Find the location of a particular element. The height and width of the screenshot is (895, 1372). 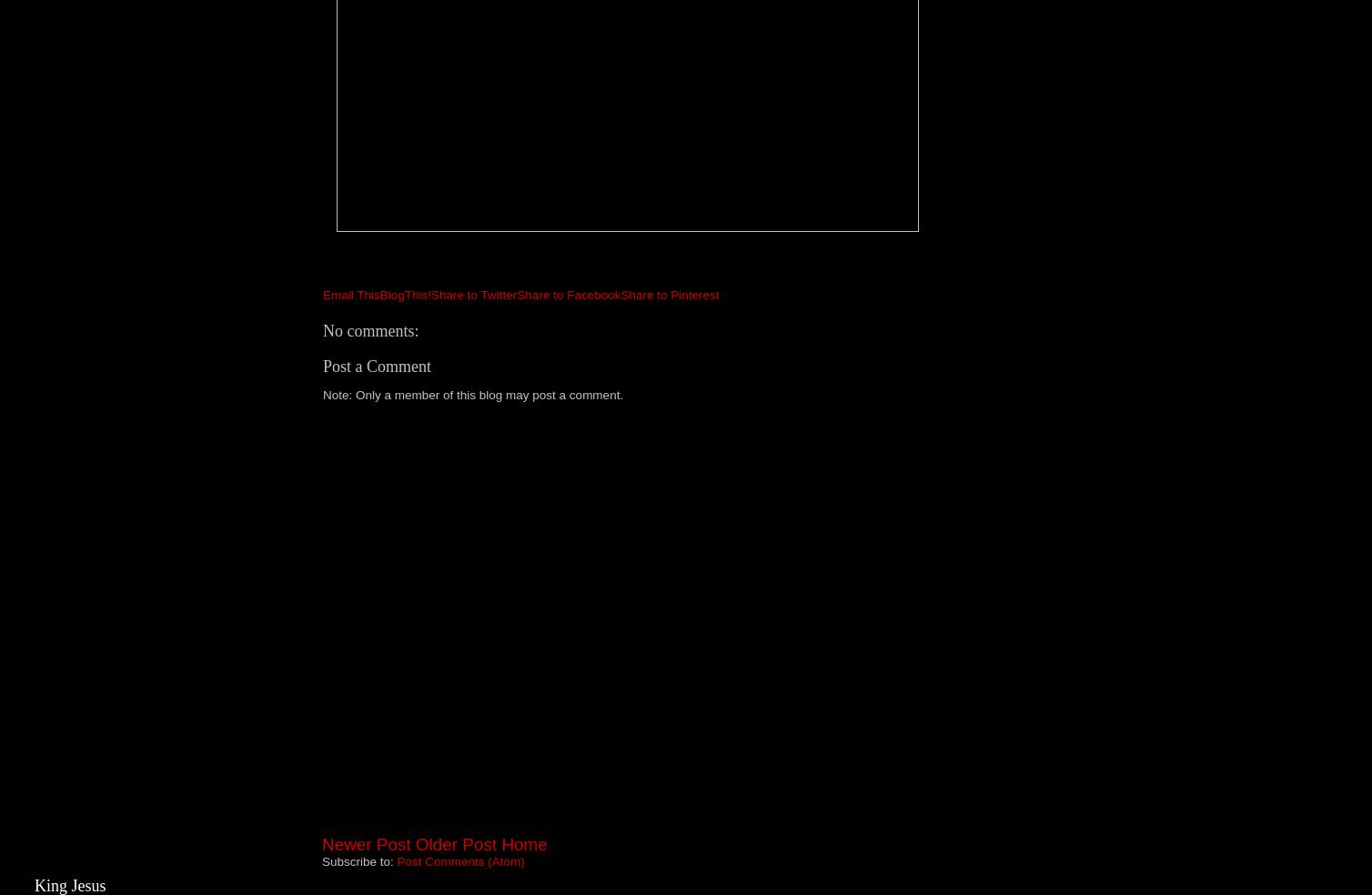

'Older Post' is located at coordinates (455, 844).